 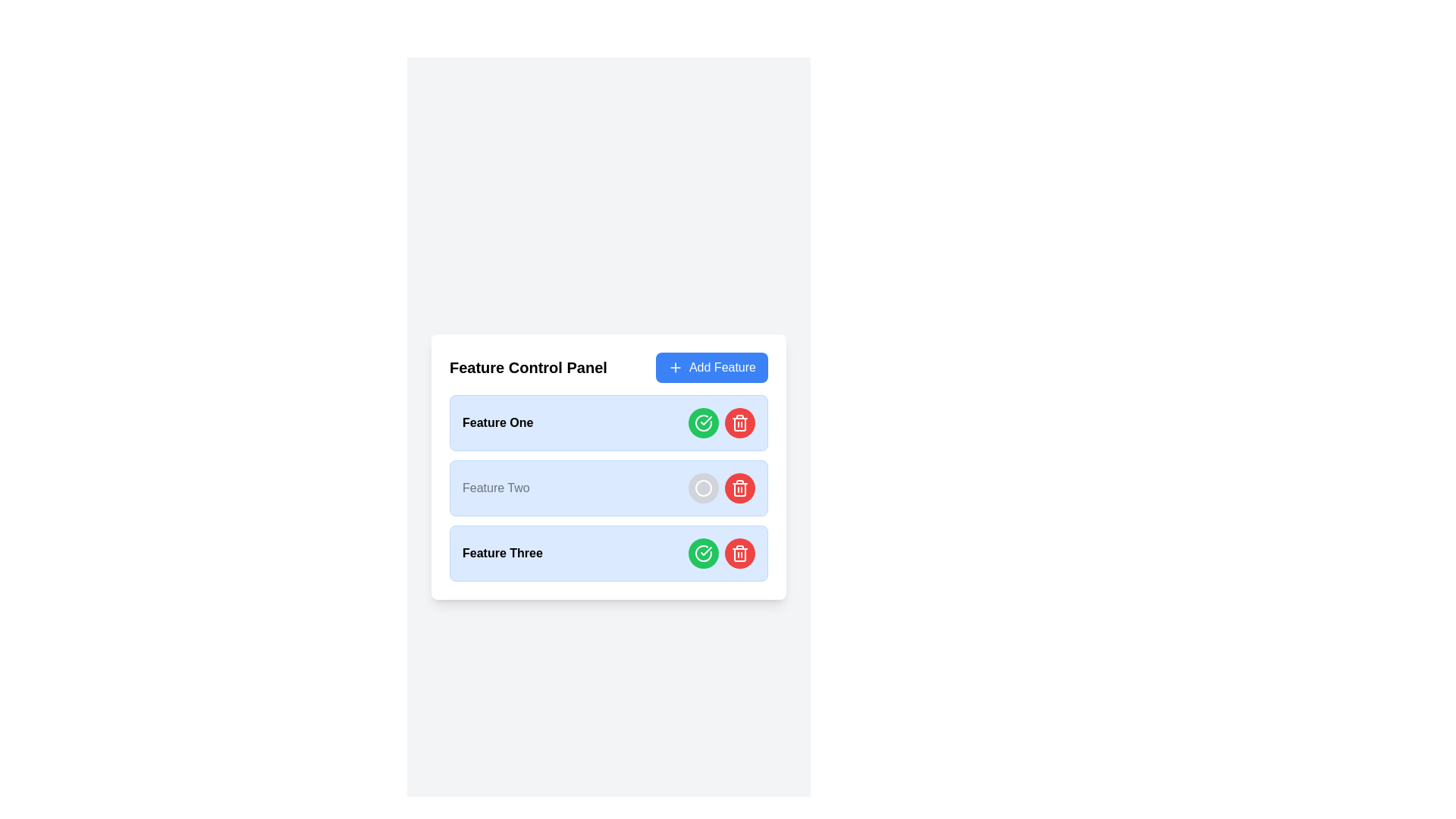 I want to click on the delete button for 'Feature Two', which is located to the right of the controls for that item, so click(x=739, y=488).